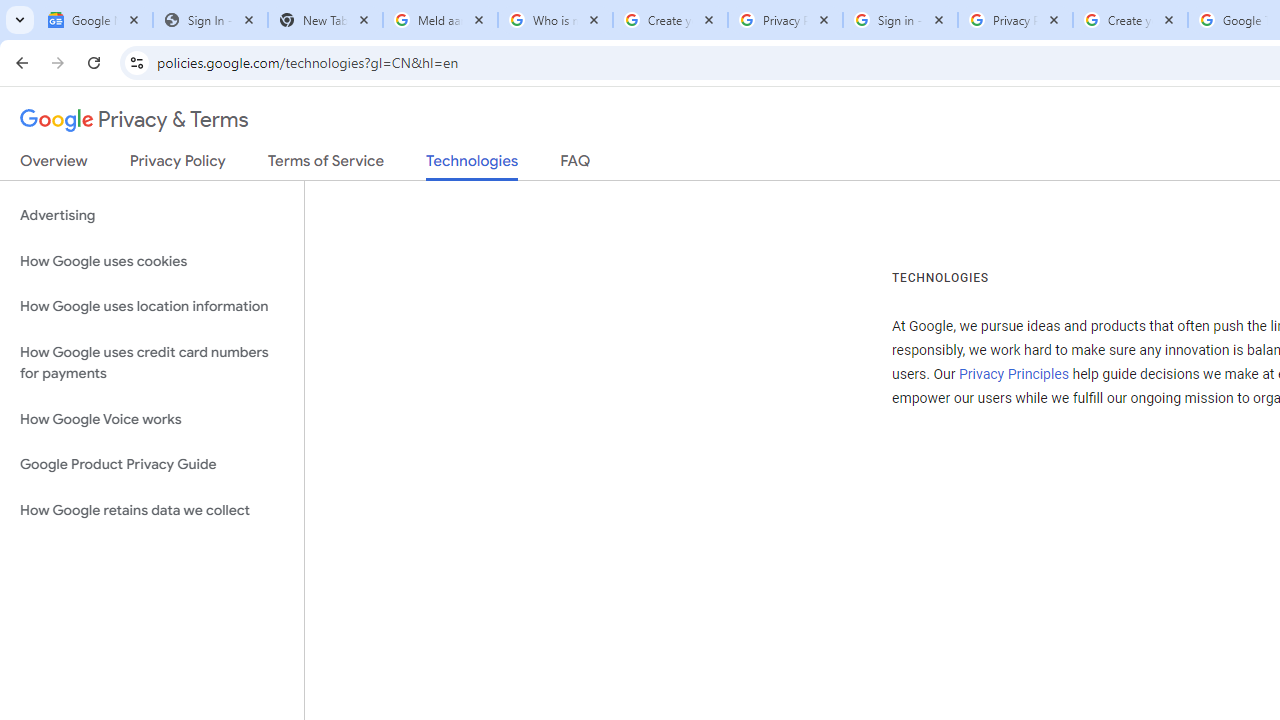 The height and width of the screenshot is (720, 1280). Describe the element at coordinates (575, 164) in the screenshot. I see `'FAQ'` at that location.